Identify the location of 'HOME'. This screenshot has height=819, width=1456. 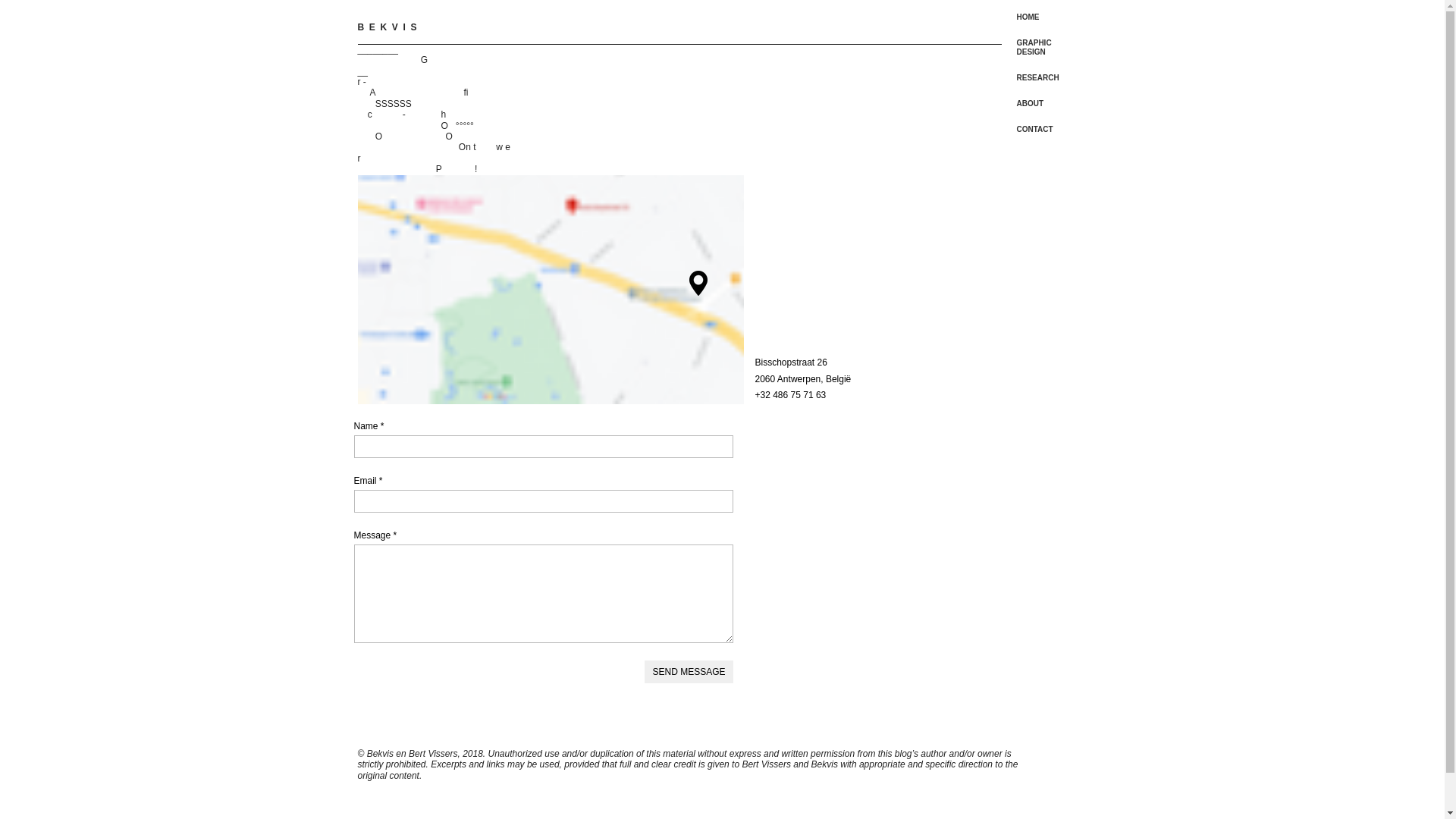
(1037, 17).